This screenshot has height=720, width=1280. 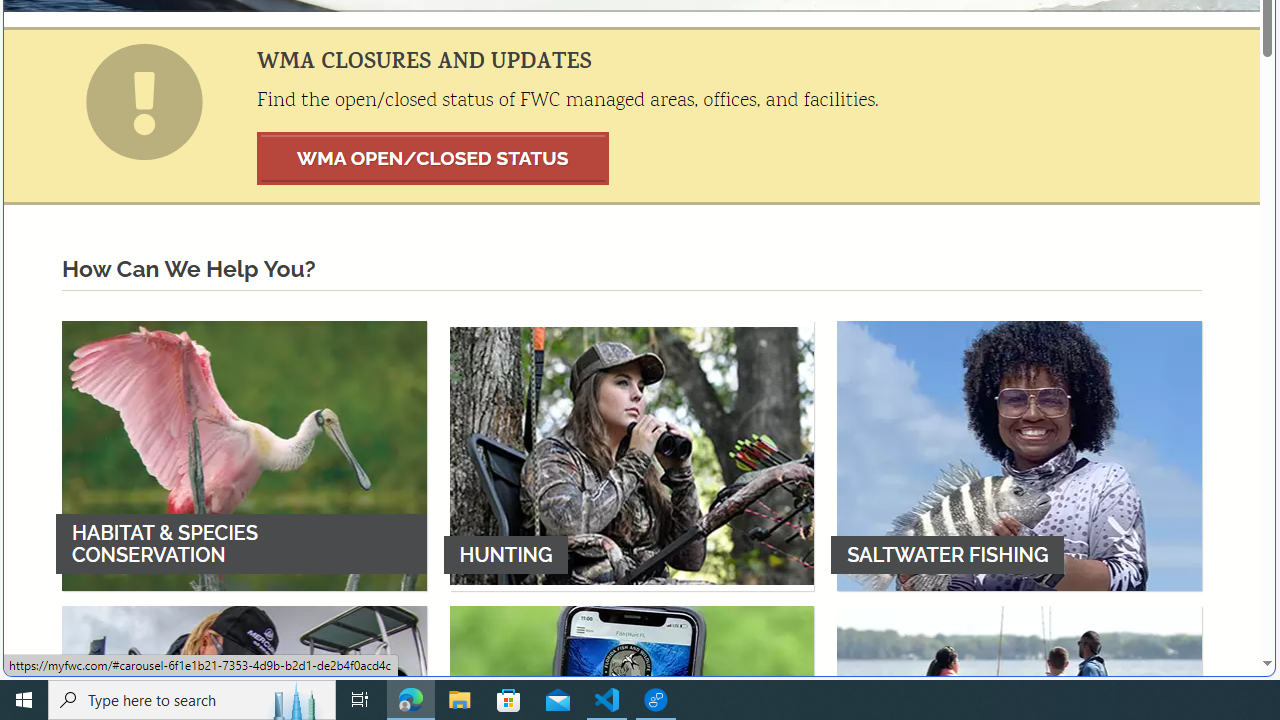 I want to click on 'HABITAT & SPECIES CONSERVATION', so click(x=243, y=455).